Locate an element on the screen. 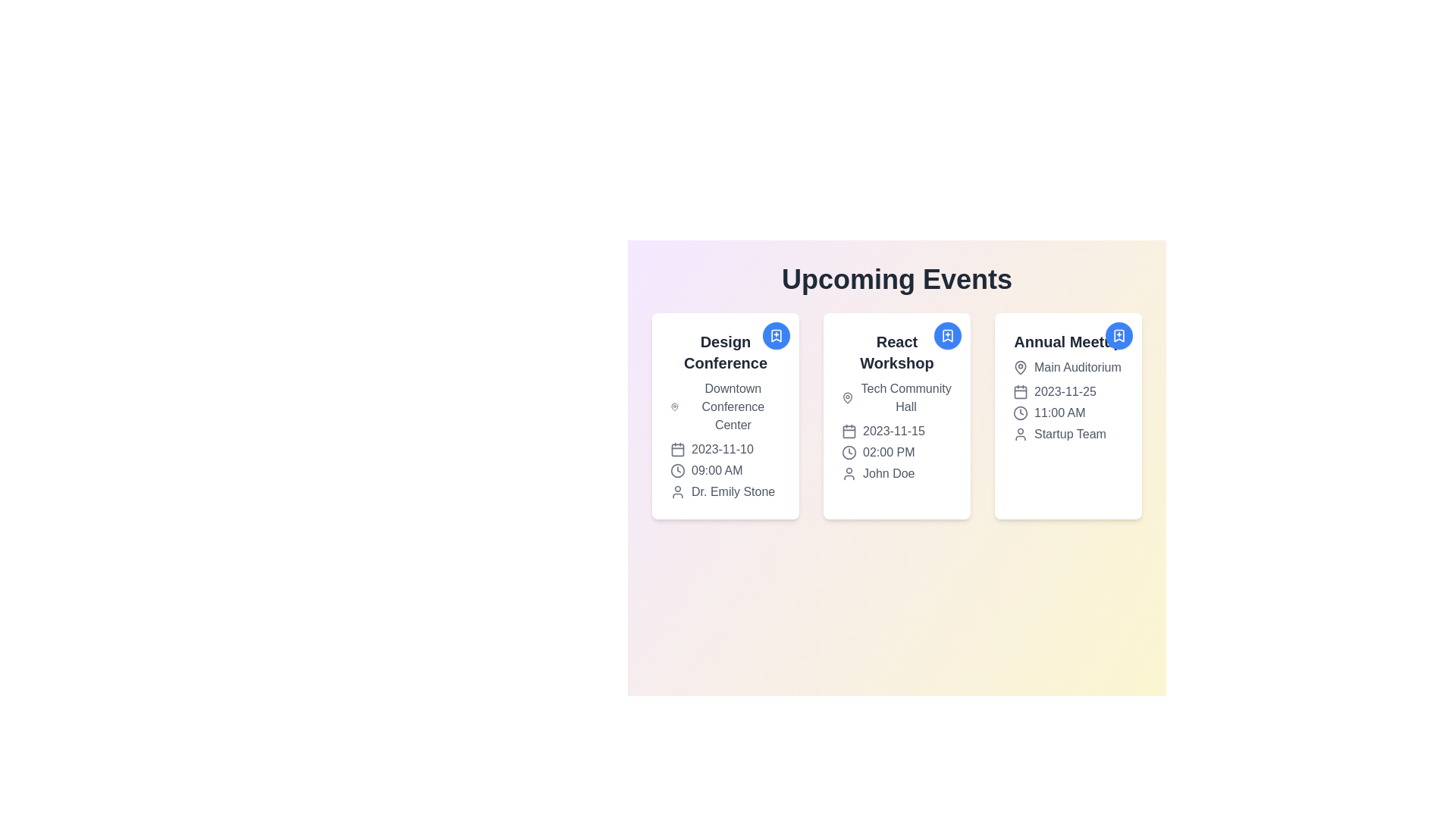 The height and width of the screenshot is (819, 1456). the circular blue button with a white bookmark icon and '+' symbol located at the top-right corner of the 'React Workshop' card to bookmark the associated event is located at coordinates (946, 335).